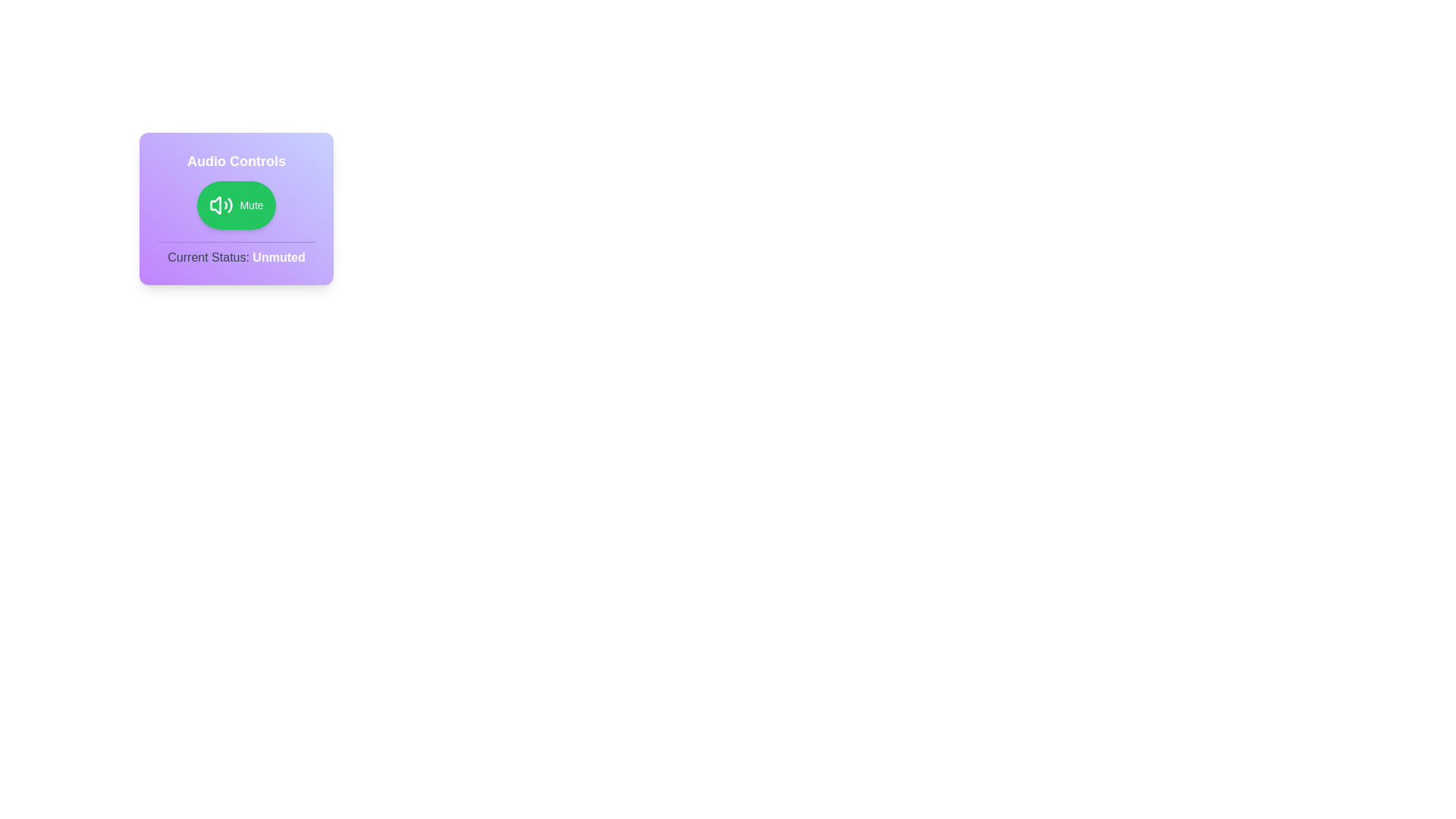 This screenshot has height=819, width=1456. Describe the element at coordinates (236, 205) in the screenshot. I see `the AudioToggleButton to toggle its state between mute and unmute` at that location.